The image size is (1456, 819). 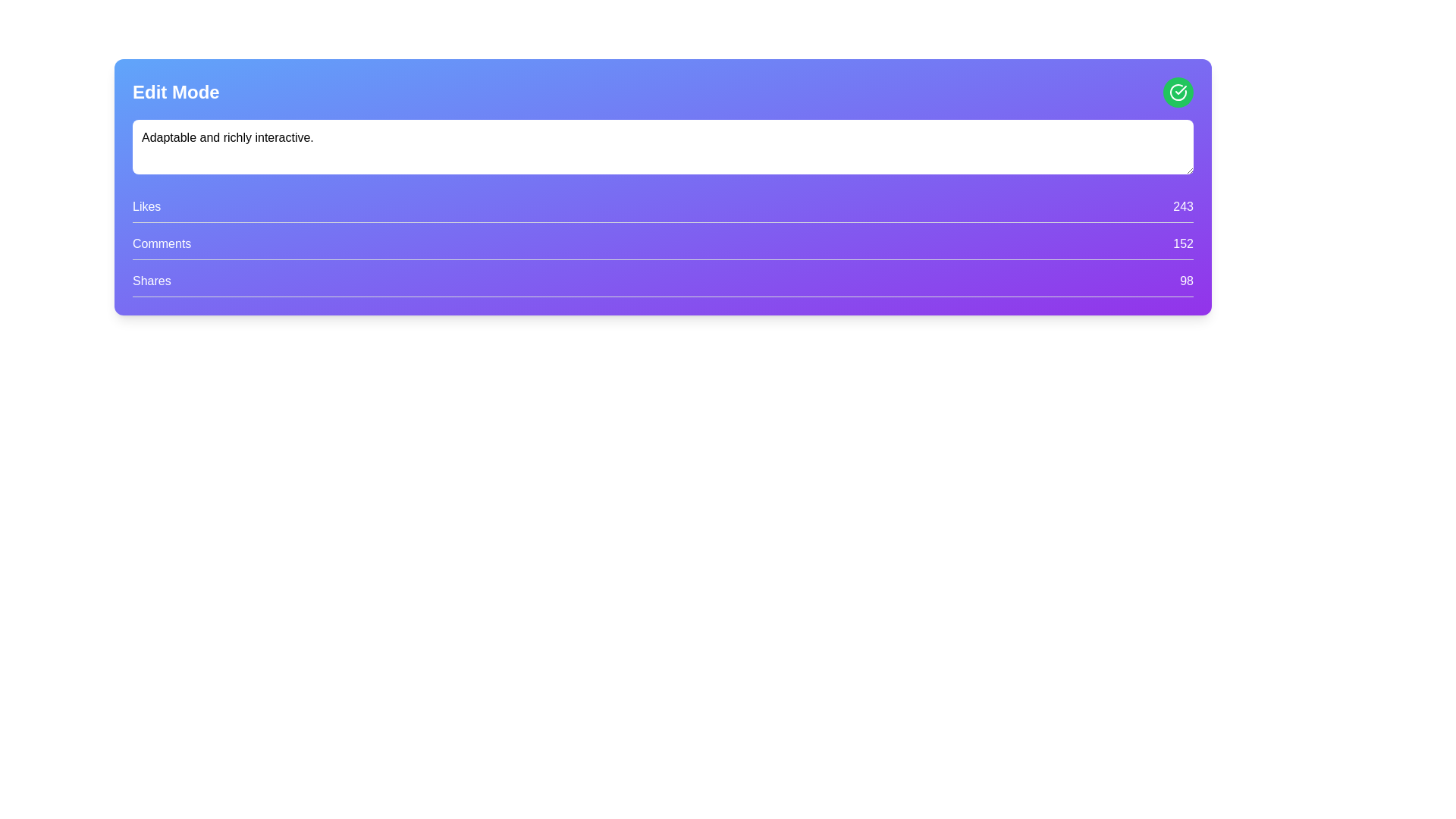 What do you see at coordinates (162, 243) in the screenshot?
I see `the 'Comments' text label that indicates the category of items in the Edit Mode section` at bounding box center [162, 243].